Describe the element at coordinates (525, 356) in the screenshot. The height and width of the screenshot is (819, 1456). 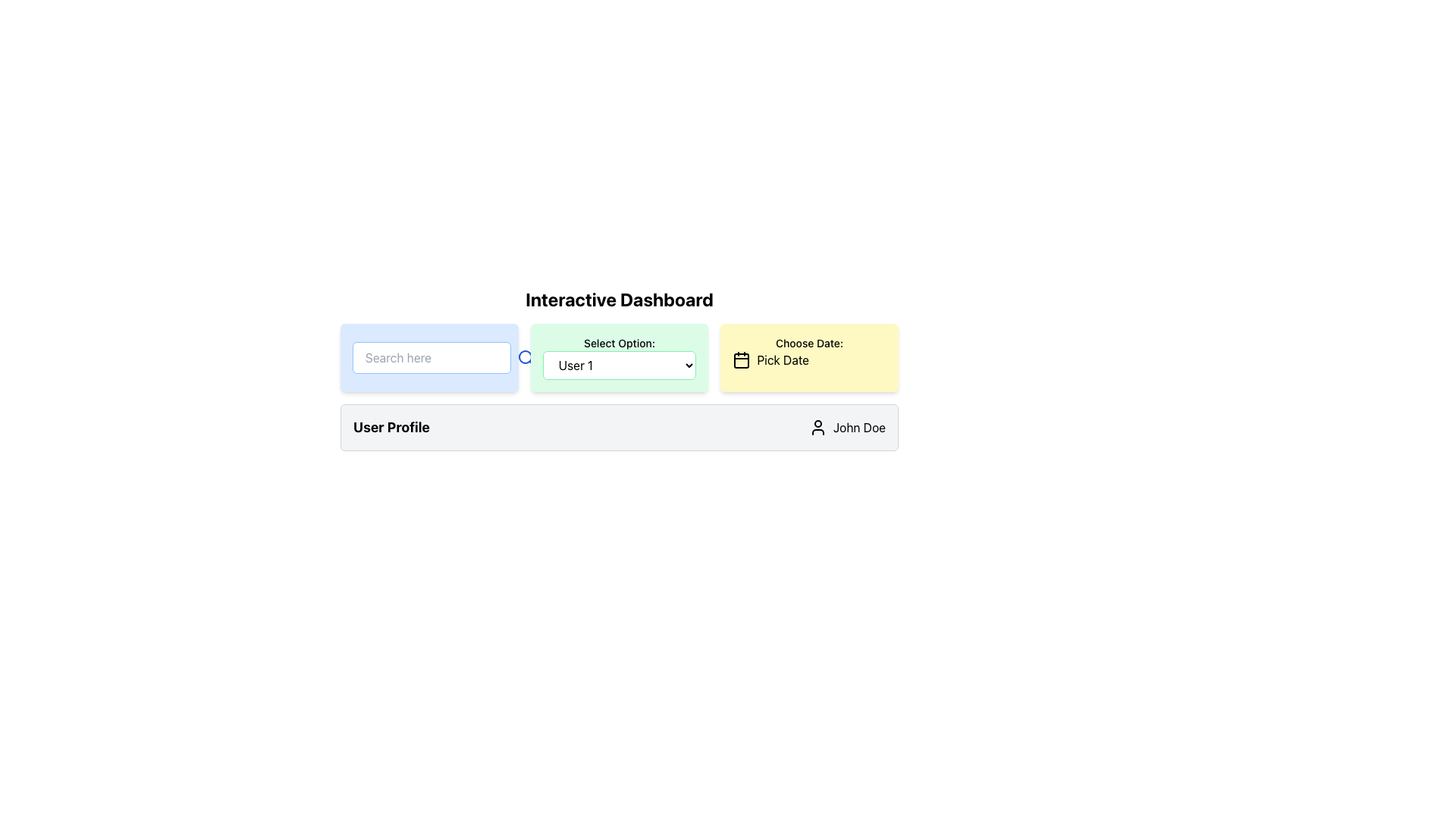
I see `the small circle with a blue outline located at the center of the magnifying glass of the search icon, which is positioned to the right of the search input field labeled 'Search here'` at that location.